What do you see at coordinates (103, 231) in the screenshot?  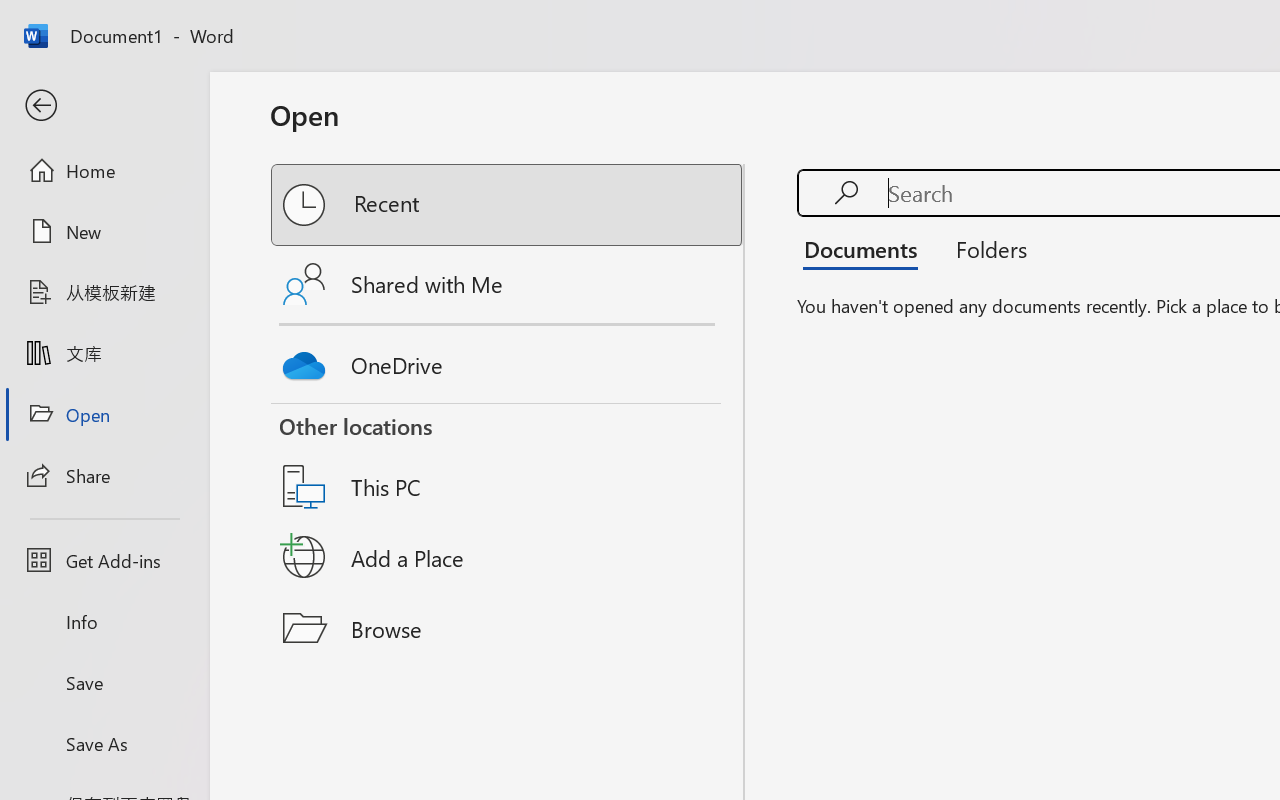 I see `'New'` at bounding box center [103, 231].